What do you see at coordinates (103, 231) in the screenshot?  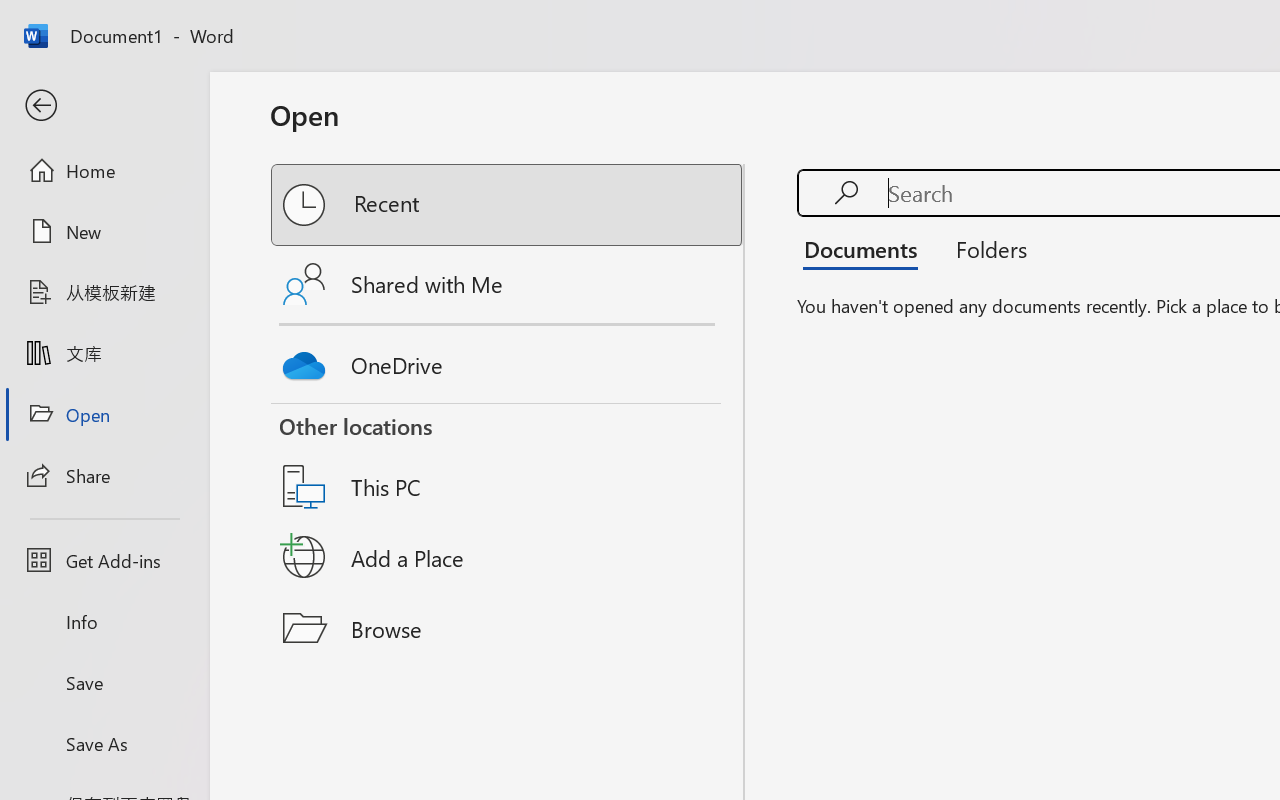 I see `'New'` at bounding box center [103, 231].